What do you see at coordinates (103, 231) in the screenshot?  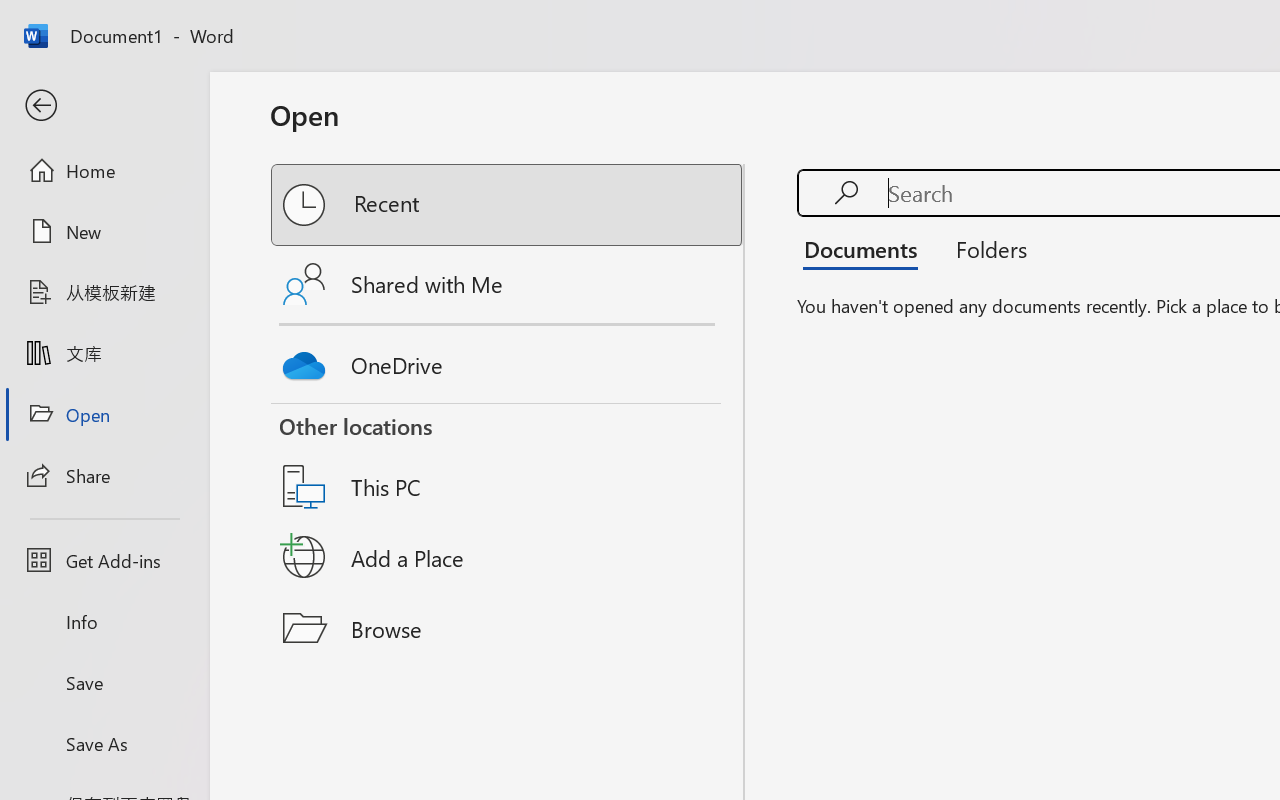 I see `'New'` at bounding box center [103, 231].